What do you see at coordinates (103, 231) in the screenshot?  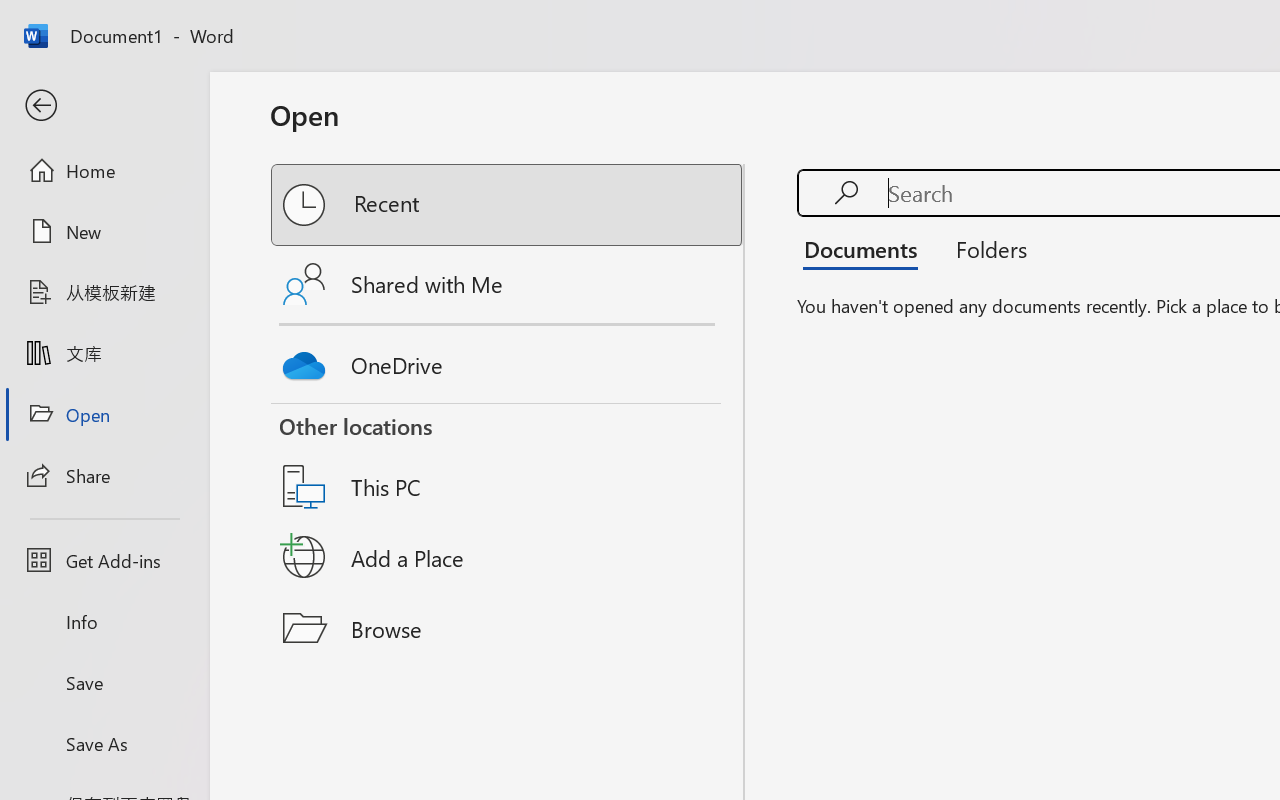 I see `'New'` at bounding box center [103, 231].